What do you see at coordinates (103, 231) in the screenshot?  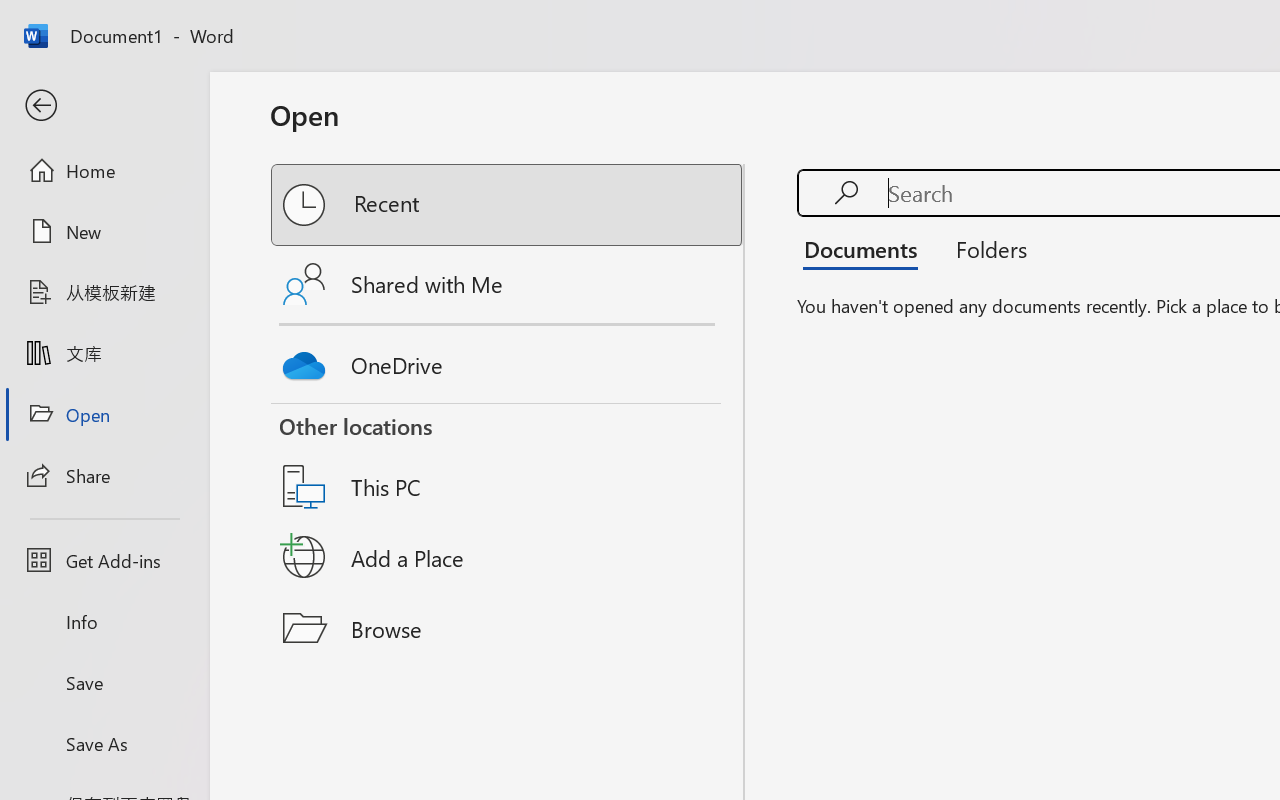 I see `'New'` at bounding box center [103, 231].